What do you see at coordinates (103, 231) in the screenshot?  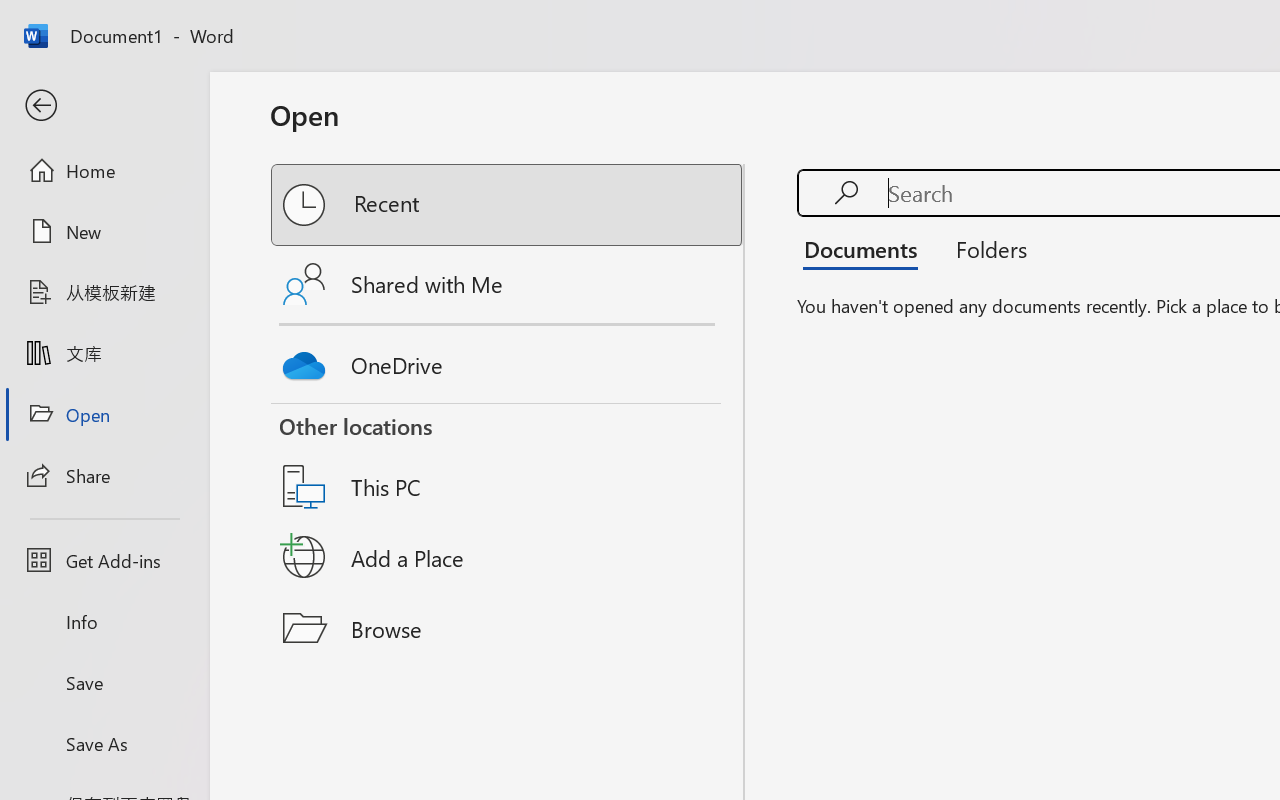 I see `'New'` at bounding box center [103, 231].